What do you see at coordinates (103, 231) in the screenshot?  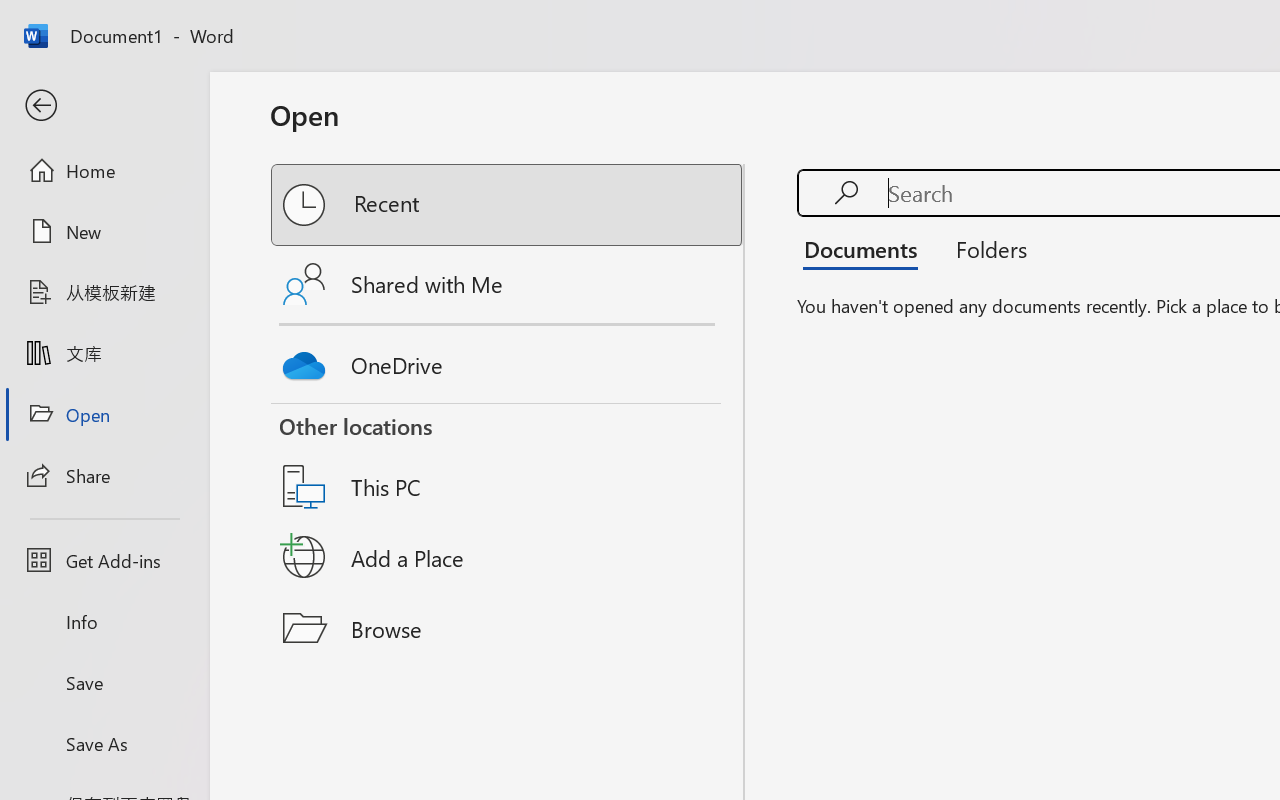 I see `'New'` at bounding box center [103, 231].